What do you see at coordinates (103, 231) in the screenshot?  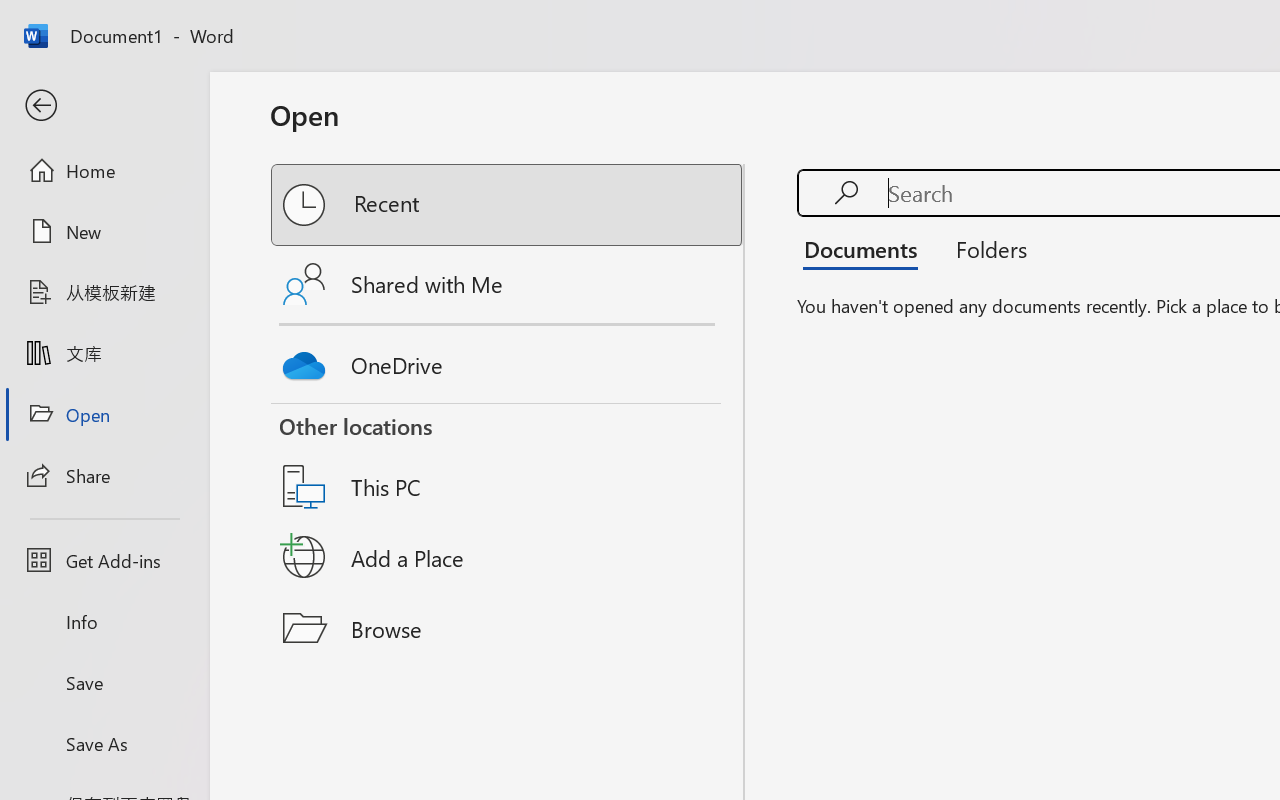 I see `'New'` at bounding box center [103, 231].